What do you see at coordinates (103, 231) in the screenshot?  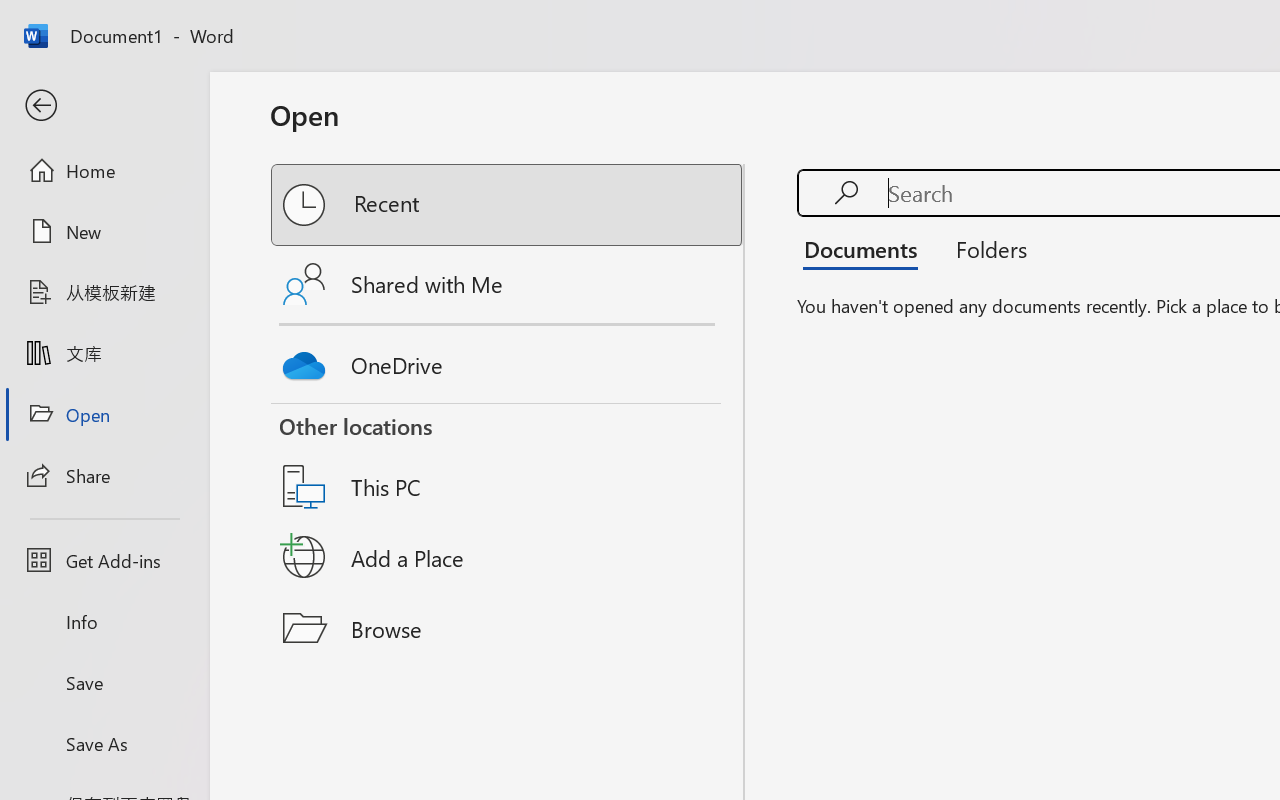 I see `'New'` at bounding box center [103, 231].